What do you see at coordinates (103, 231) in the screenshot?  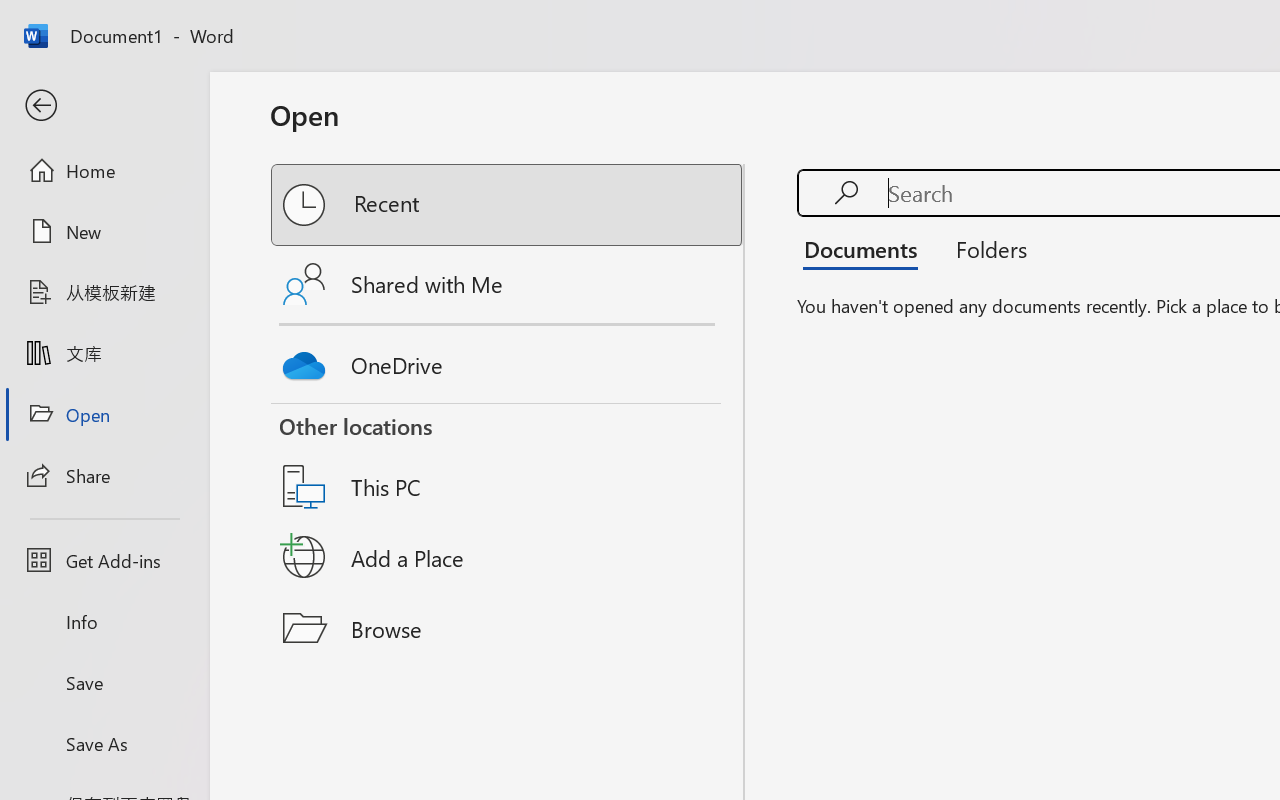 I see `'New'` at bounding box center [103, 231].